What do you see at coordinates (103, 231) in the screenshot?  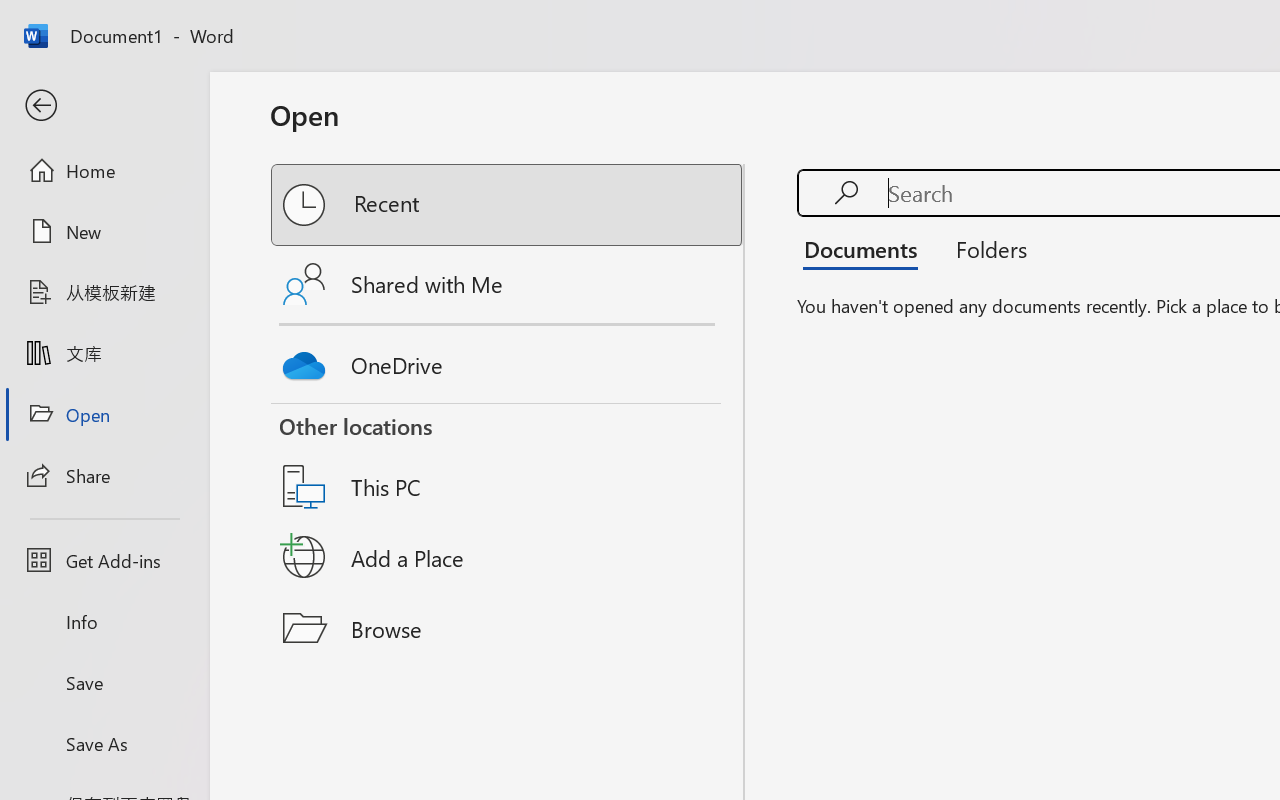 I see `'New'` at bounding box center [103, 231].